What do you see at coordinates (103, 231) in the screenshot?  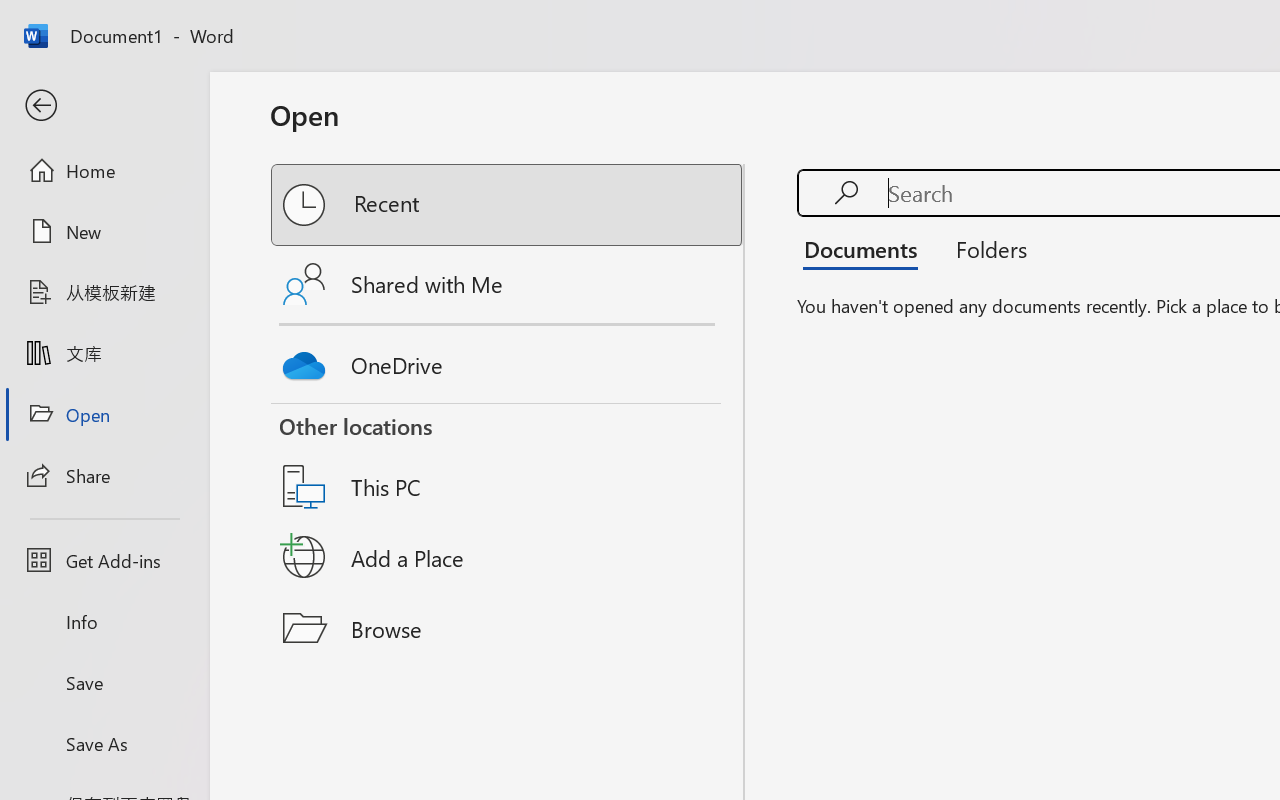 I see `'New'` at bounding box center [103, 231].